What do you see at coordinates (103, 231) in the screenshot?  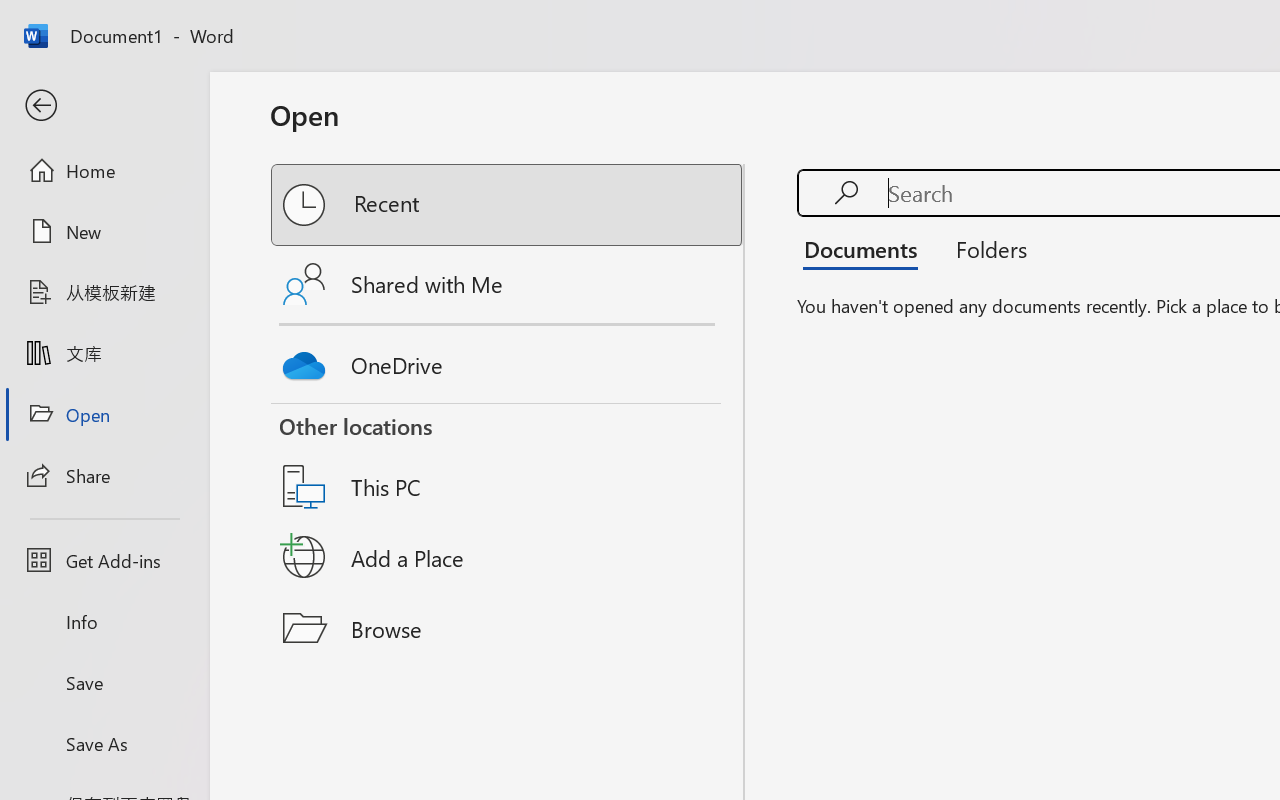 I see `'New'` at bounding box center [103, 231].